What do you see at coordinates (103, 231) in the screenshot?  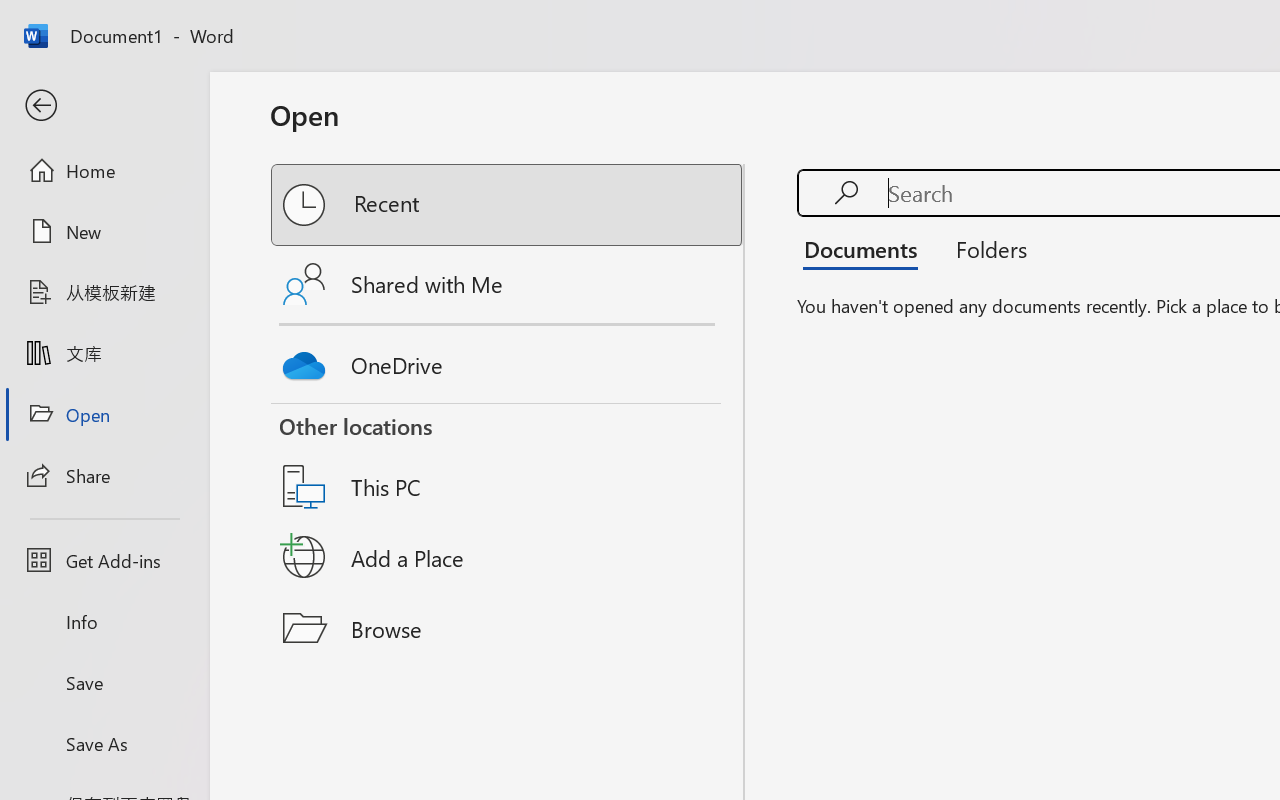 I see `'New'` at bounding box center [103, 231].